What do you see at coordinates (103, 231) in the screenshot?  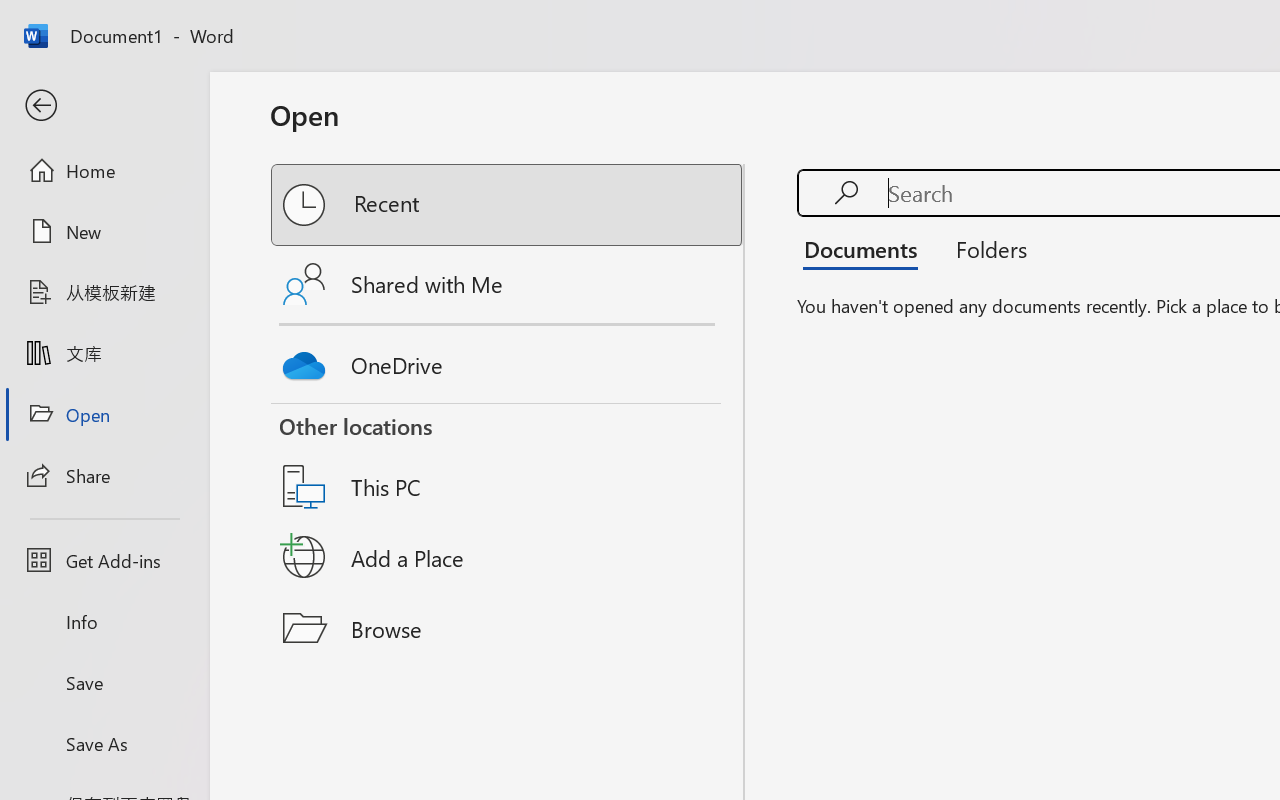 I see `'New'` at bounding box center [103, 231].